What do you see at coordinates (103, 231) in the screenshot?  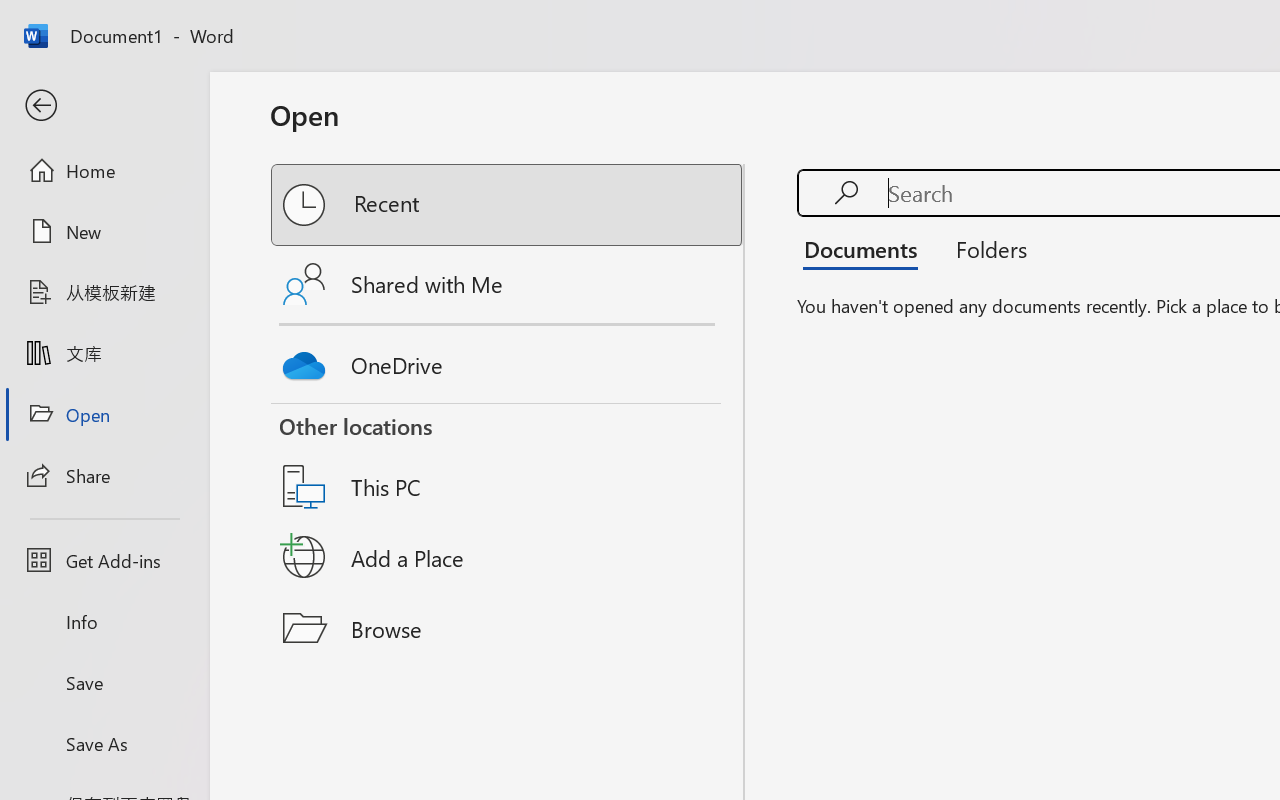 I see `'New'` at bounding box center [103, 231].